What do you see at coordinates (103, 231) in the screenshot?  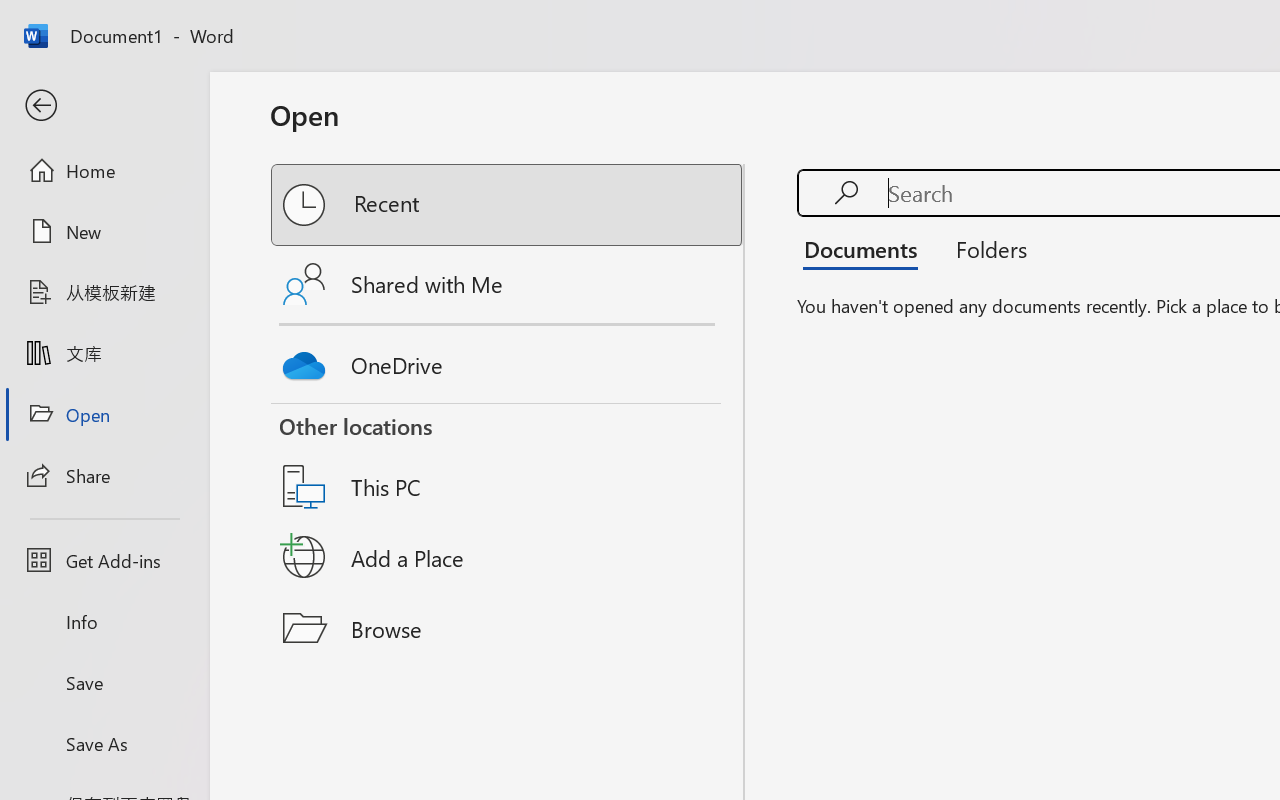 I see `'New'` at bounding box center [103, 231].